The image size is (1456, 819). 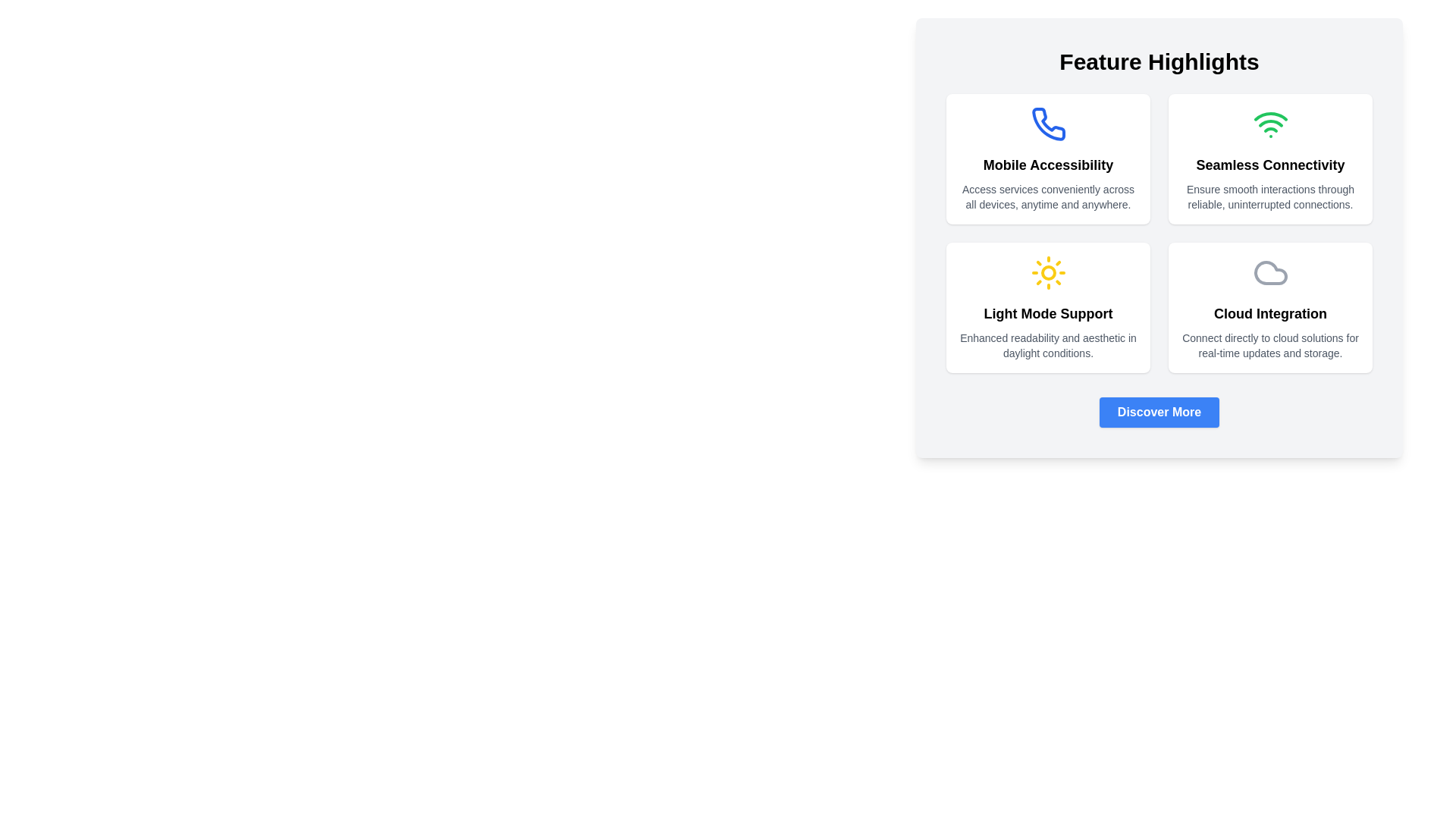 What do you see at coordinates (1047, 158) in the screenshot?
I see `the Informational card with the blue phone icon and the text 'Mobile Accessibility' located in the top-left quarter of the grid layout` at bounding box center [1047, 158].